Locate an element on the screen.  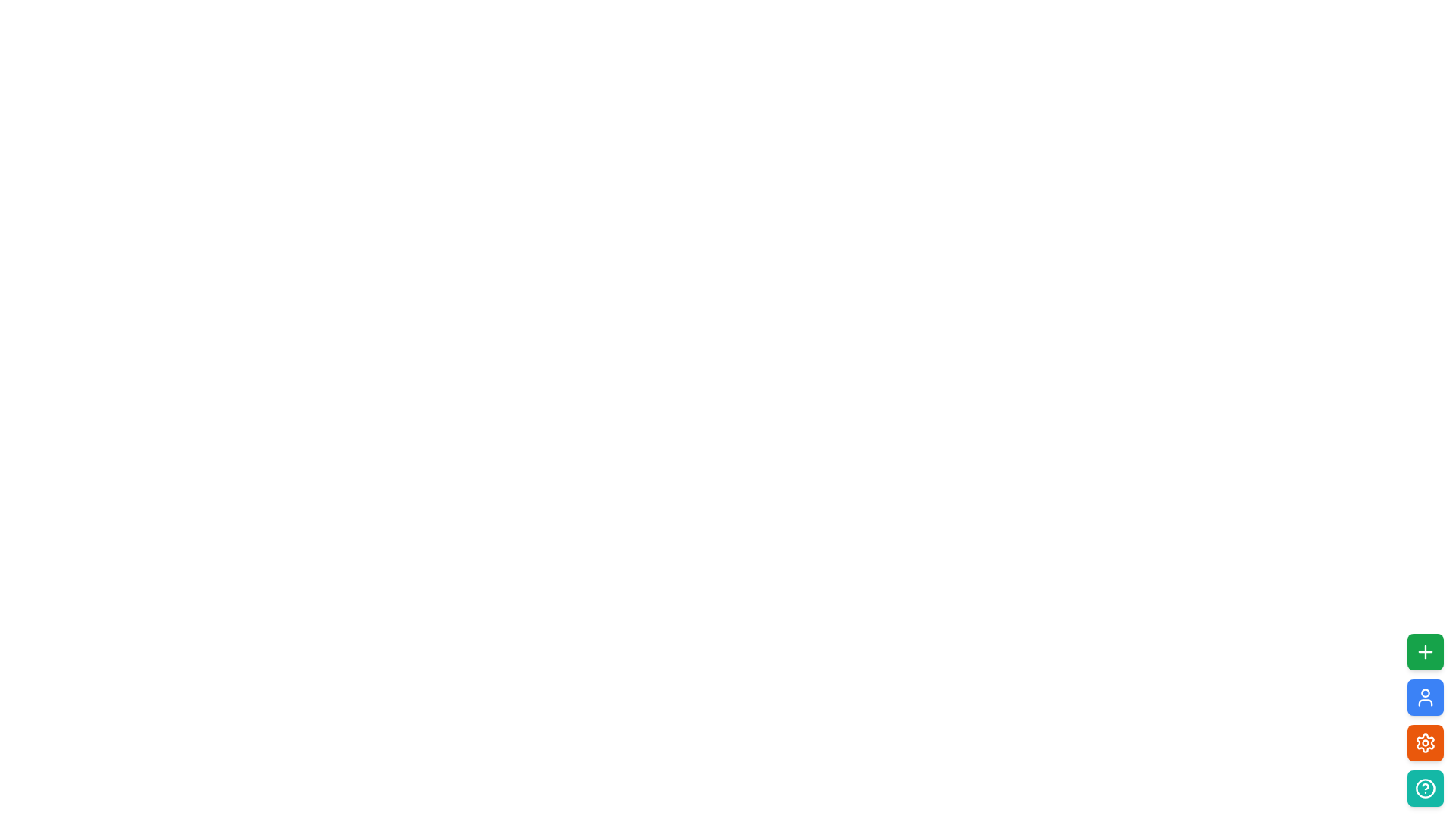
the upper circular entity of the user-profile icon, which represents the head of a person is located at coordinates (1425, 693).